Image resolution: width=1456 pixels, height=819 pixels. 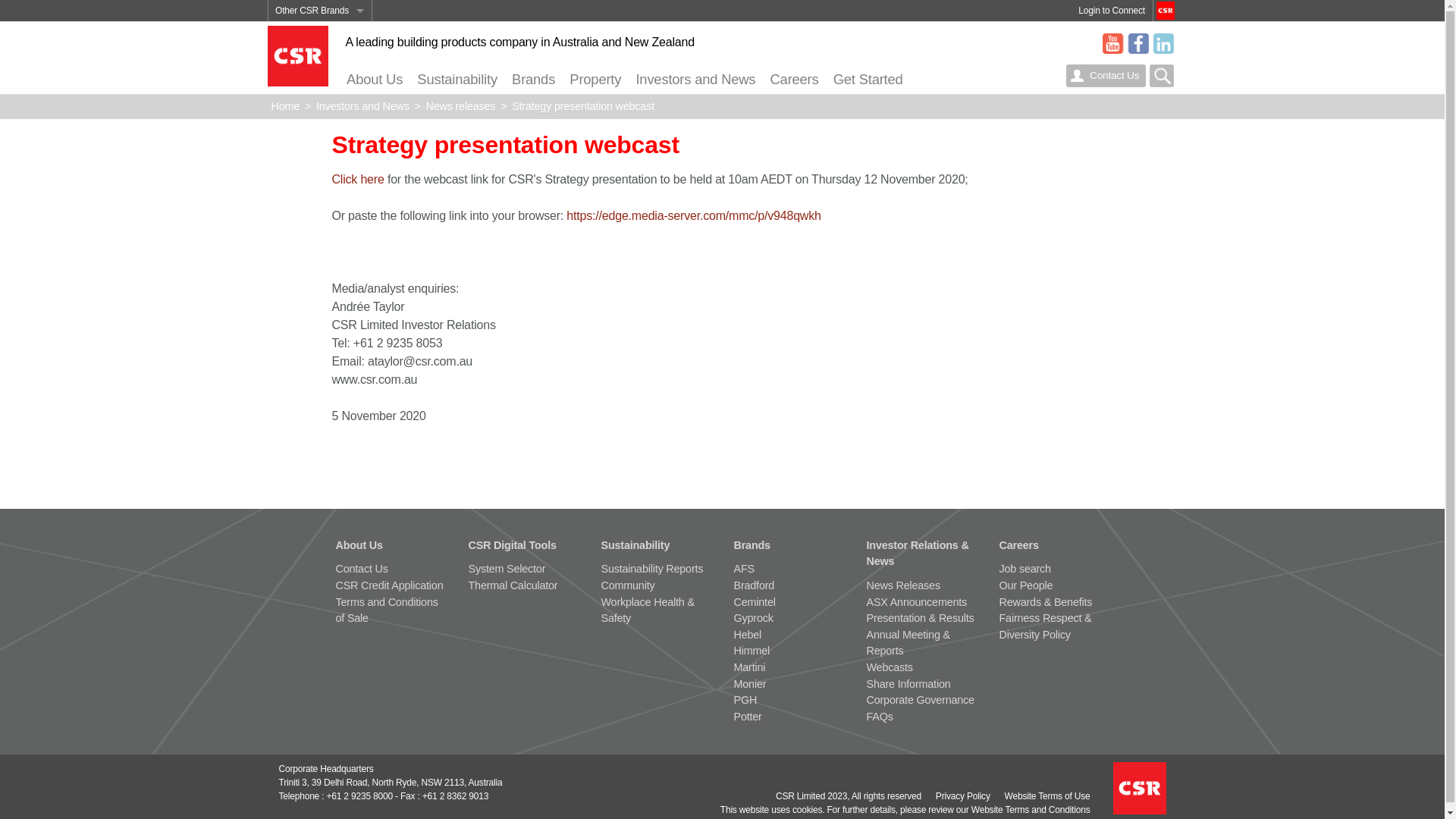 I want to click on 'Webcasts', so click(x=889, y=666).